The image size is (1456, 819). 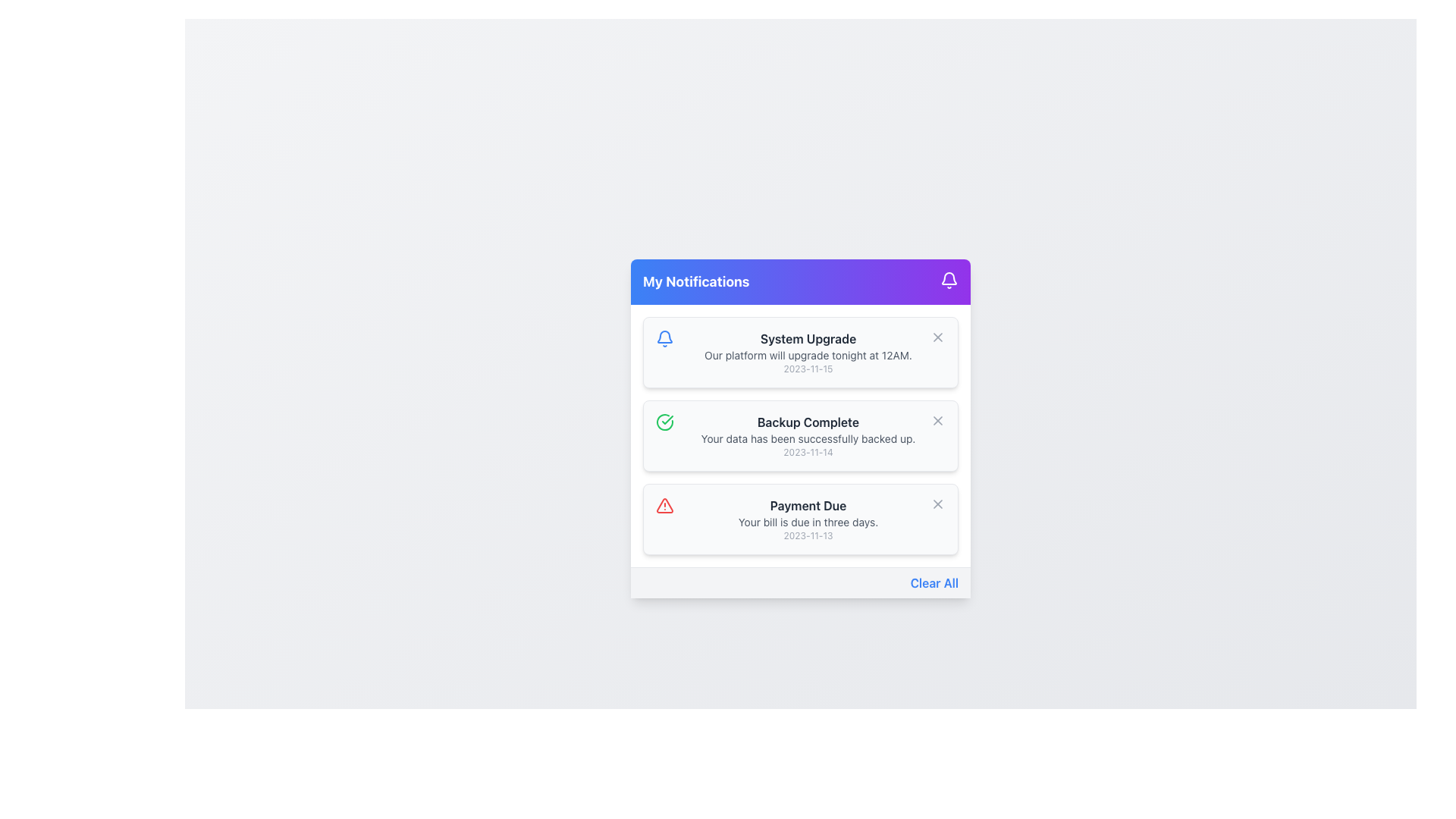 What do you see at coordinates (937, 335) in the screenshot?
I see `the close icon button, which appears as a diagonal cross mark in the top-right corner of the second notification card` at bounding box center [937, 335].